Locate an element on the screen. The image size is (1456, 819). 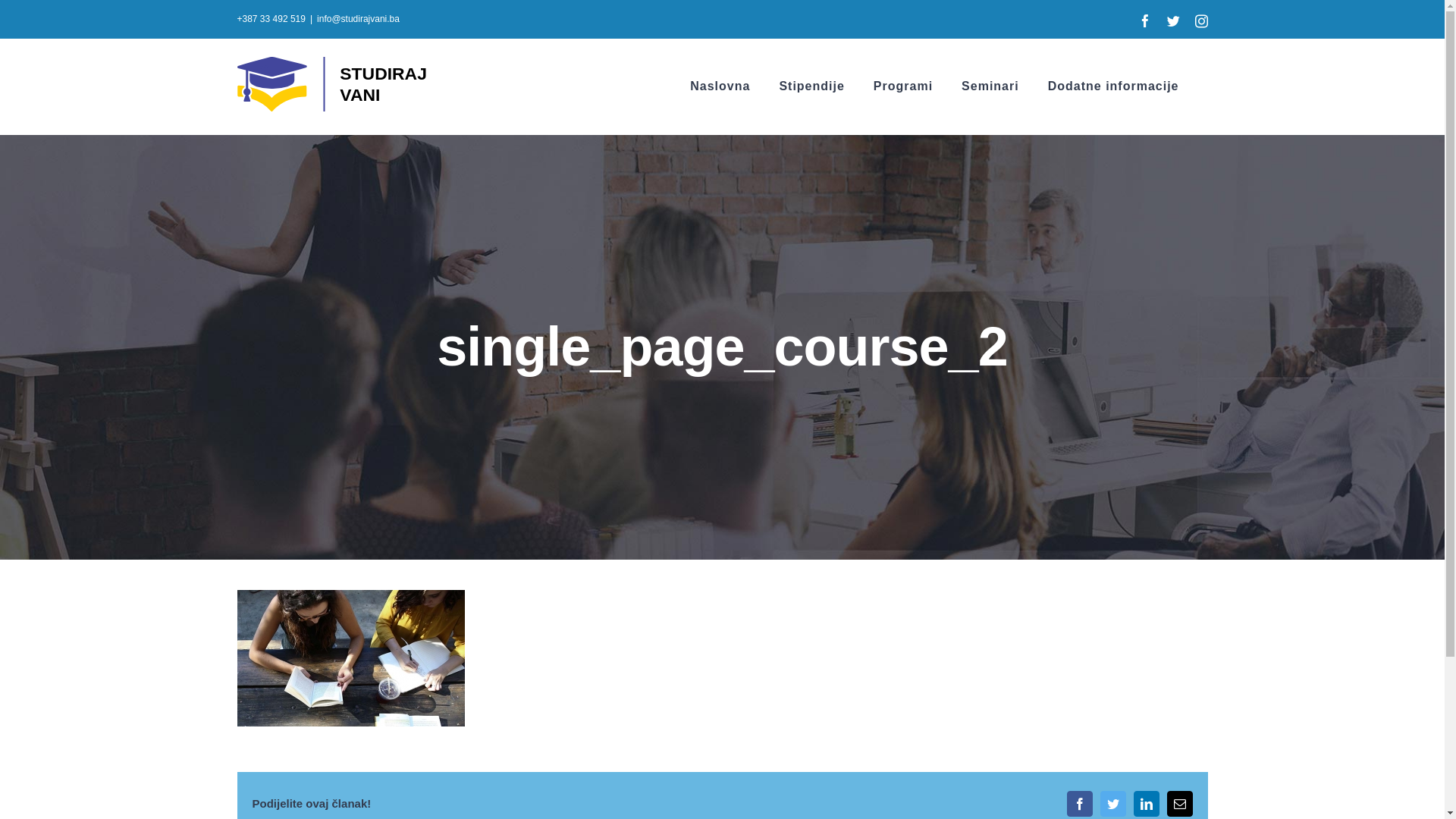
'Facebook' is located at coordinates (1065, 803).